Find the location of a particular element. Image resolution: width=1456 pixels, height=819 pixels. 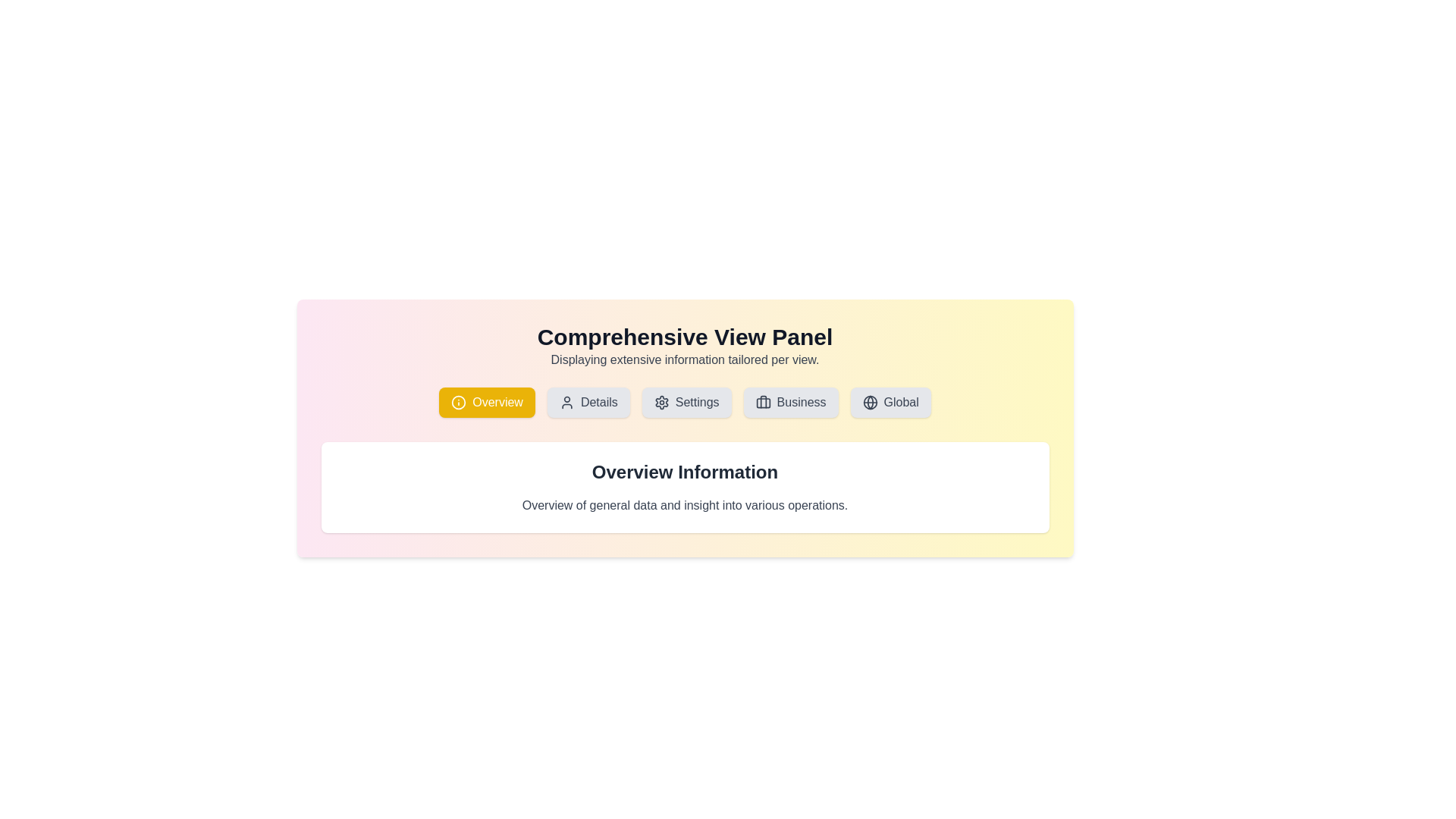

the third button in a row of options is located at coordinates (686, 402).